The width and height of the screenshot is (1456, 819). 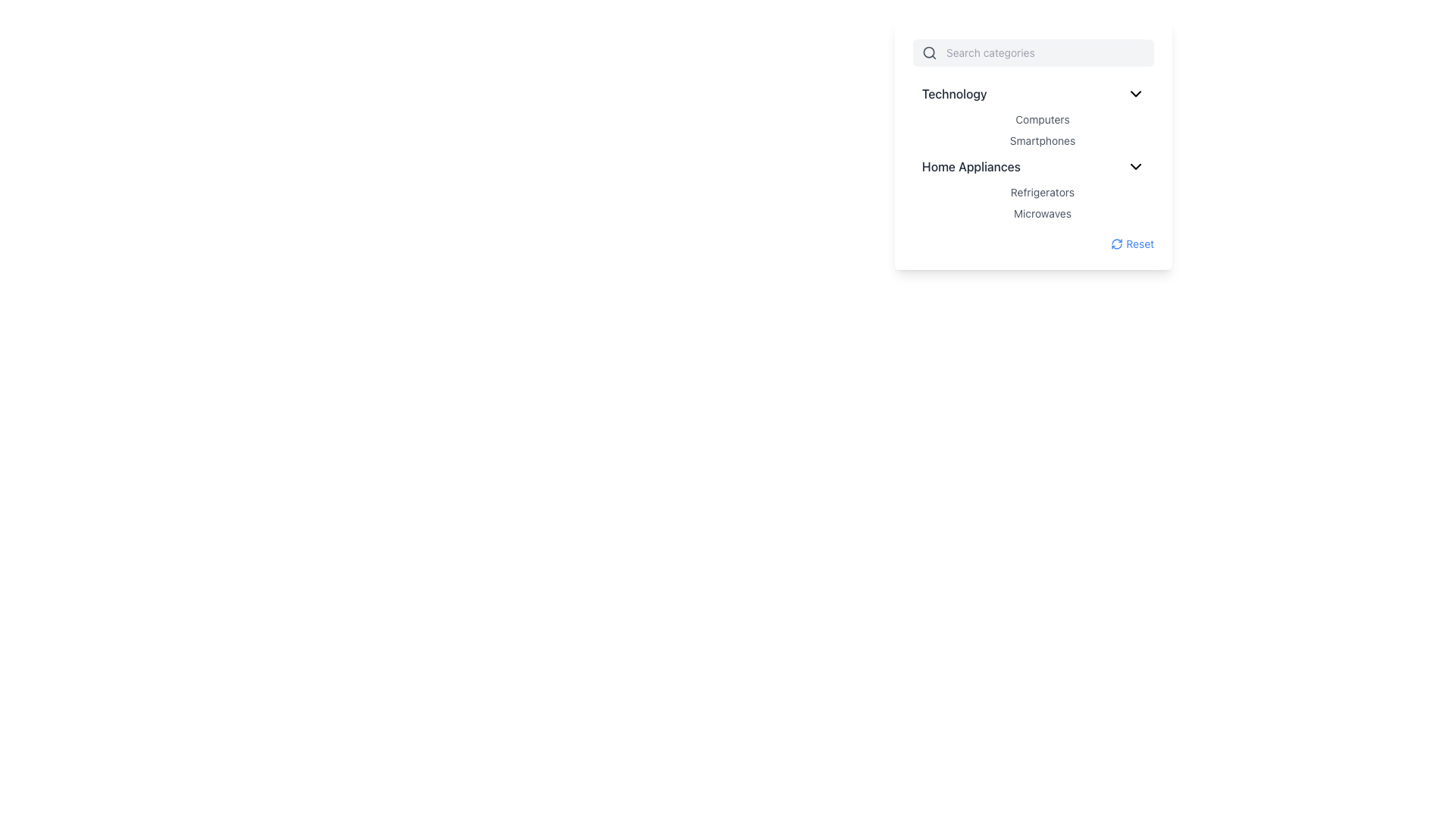 What do you see at coordinates (1135, 93) in the screenshot?
I see `the downward-pointing chevron icon located to the right of the 'Technology' text in the dropdown menu` at bounding box center [1135, 93].